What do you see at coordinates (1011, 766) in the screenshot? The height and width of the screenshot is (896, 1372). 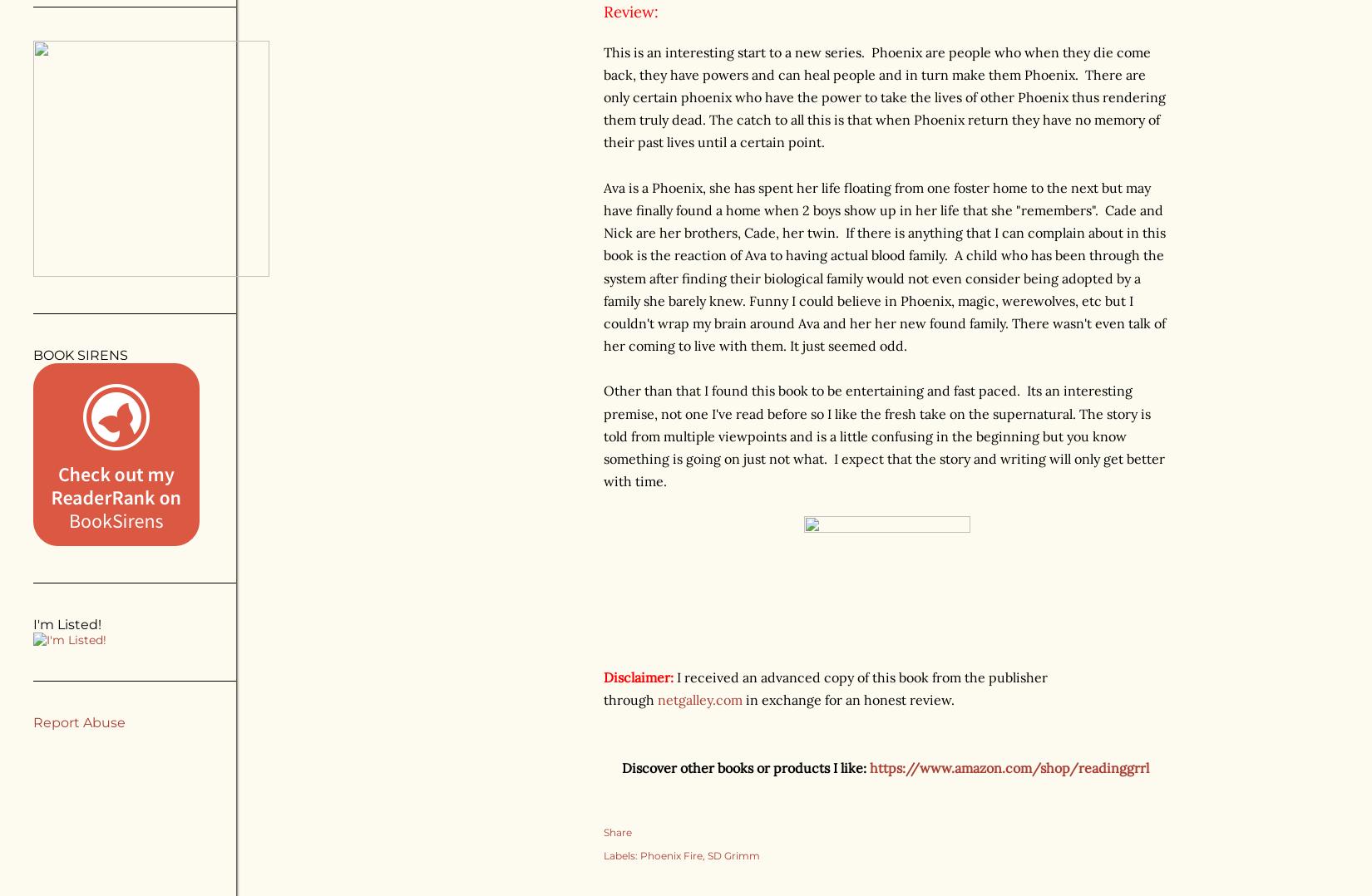 I see `'https://www.amazon.com/shop/readinggrrl'` at bounding box center [1011, 766].